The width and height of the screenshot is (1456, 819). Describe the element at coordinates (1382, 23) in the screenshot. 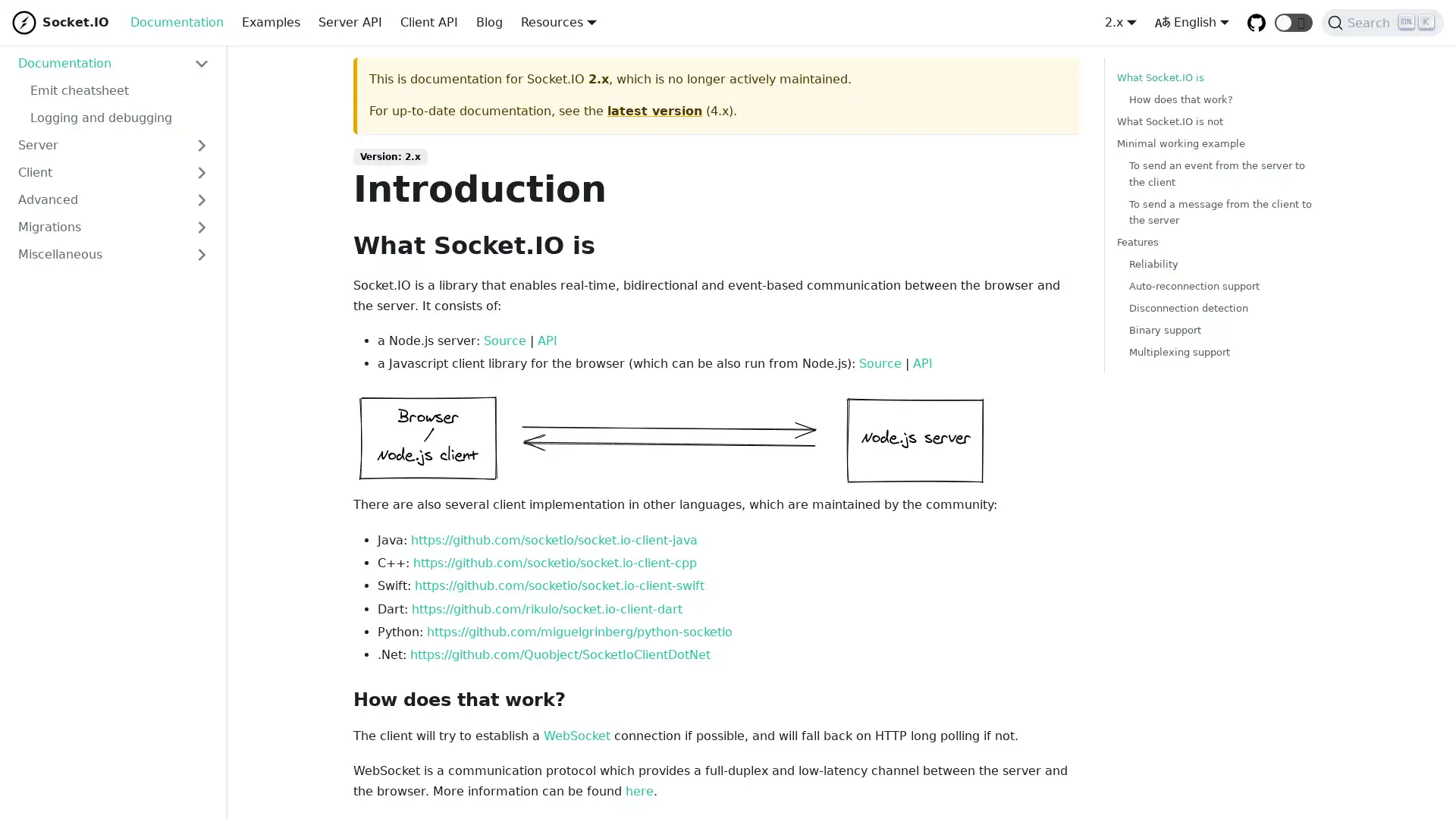

I see `Search` at that location.